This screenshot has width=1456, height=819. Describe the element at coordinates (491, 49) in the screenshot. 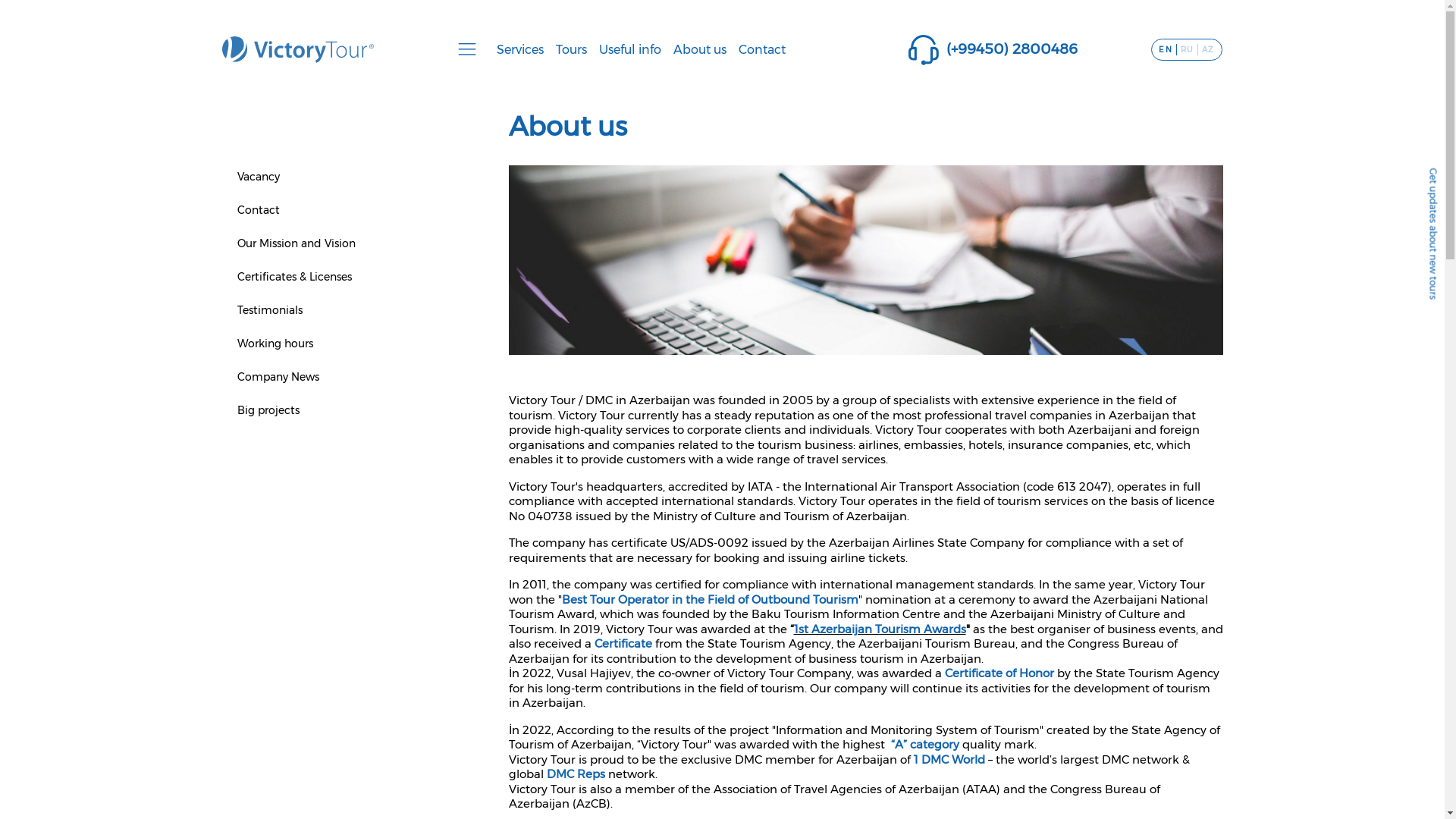

I see `'Services'` at that location.